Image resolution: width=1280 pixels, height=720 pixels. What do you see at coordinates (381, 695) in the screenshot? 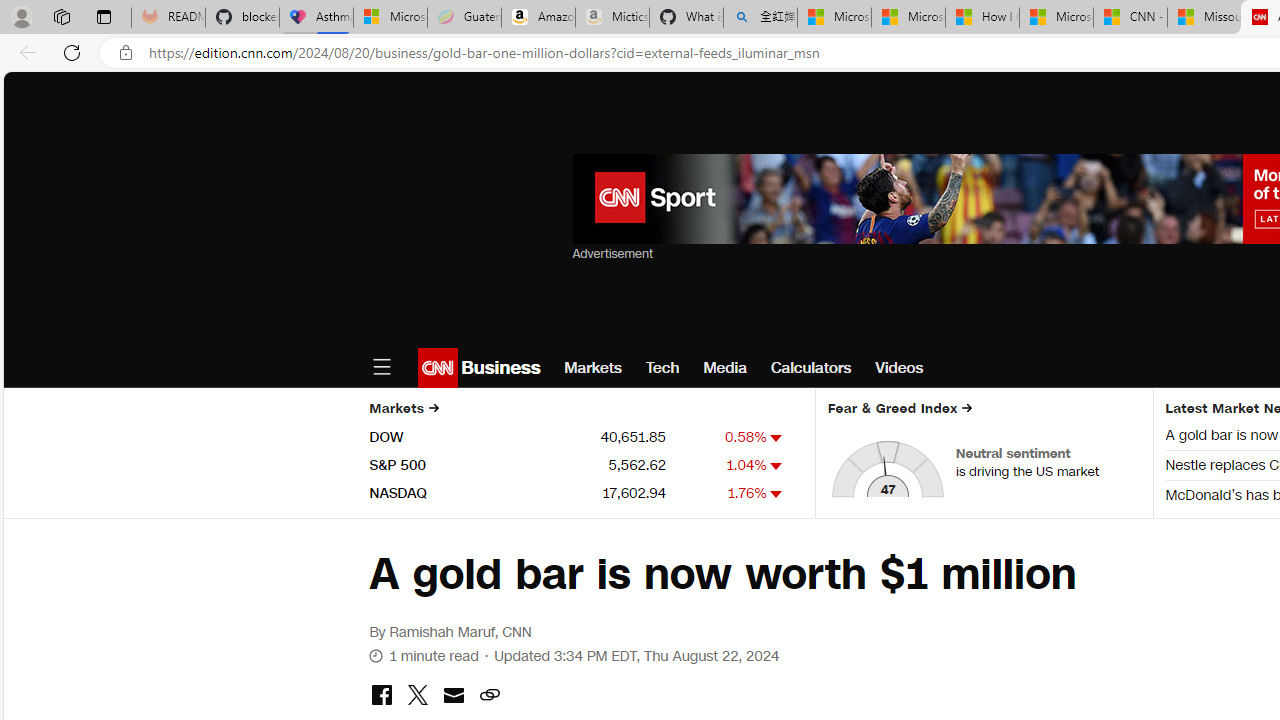
I see `'share with facebook'` at bounding box center [381, 695].